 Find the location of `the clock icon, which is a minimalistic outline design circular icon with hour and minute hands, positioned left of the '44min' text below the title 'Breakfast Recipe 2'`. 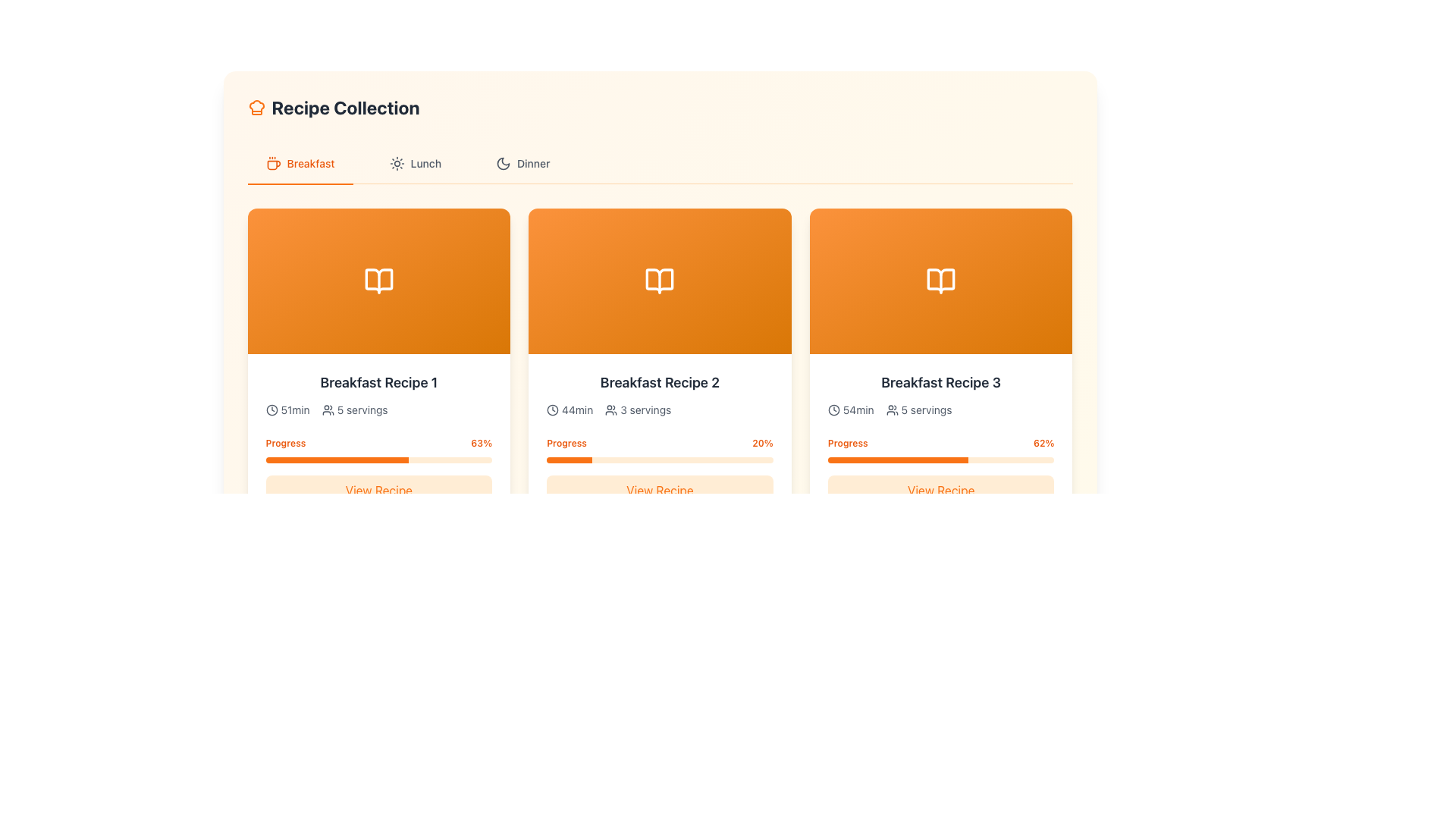

the clock icon, which is a minimalistic outline design circular icon with hour and minute hands, positioned left of the '44min' text below the title 'Breakfast Recipe 2' is located at coordinates (552, 409).